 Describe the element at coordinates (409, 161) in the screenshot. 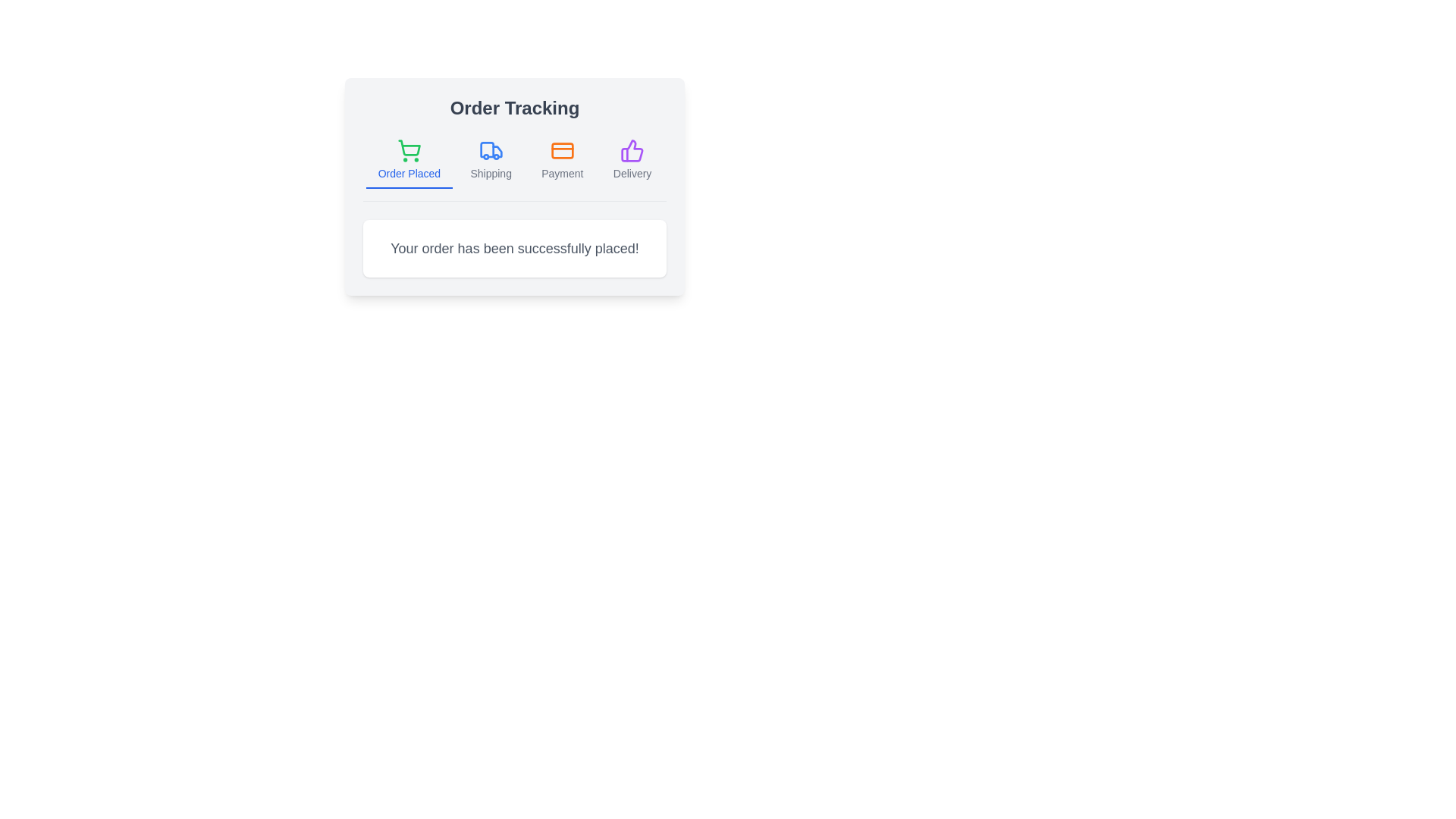

I see `the tab labeled Order Placed to activate it` at that location.